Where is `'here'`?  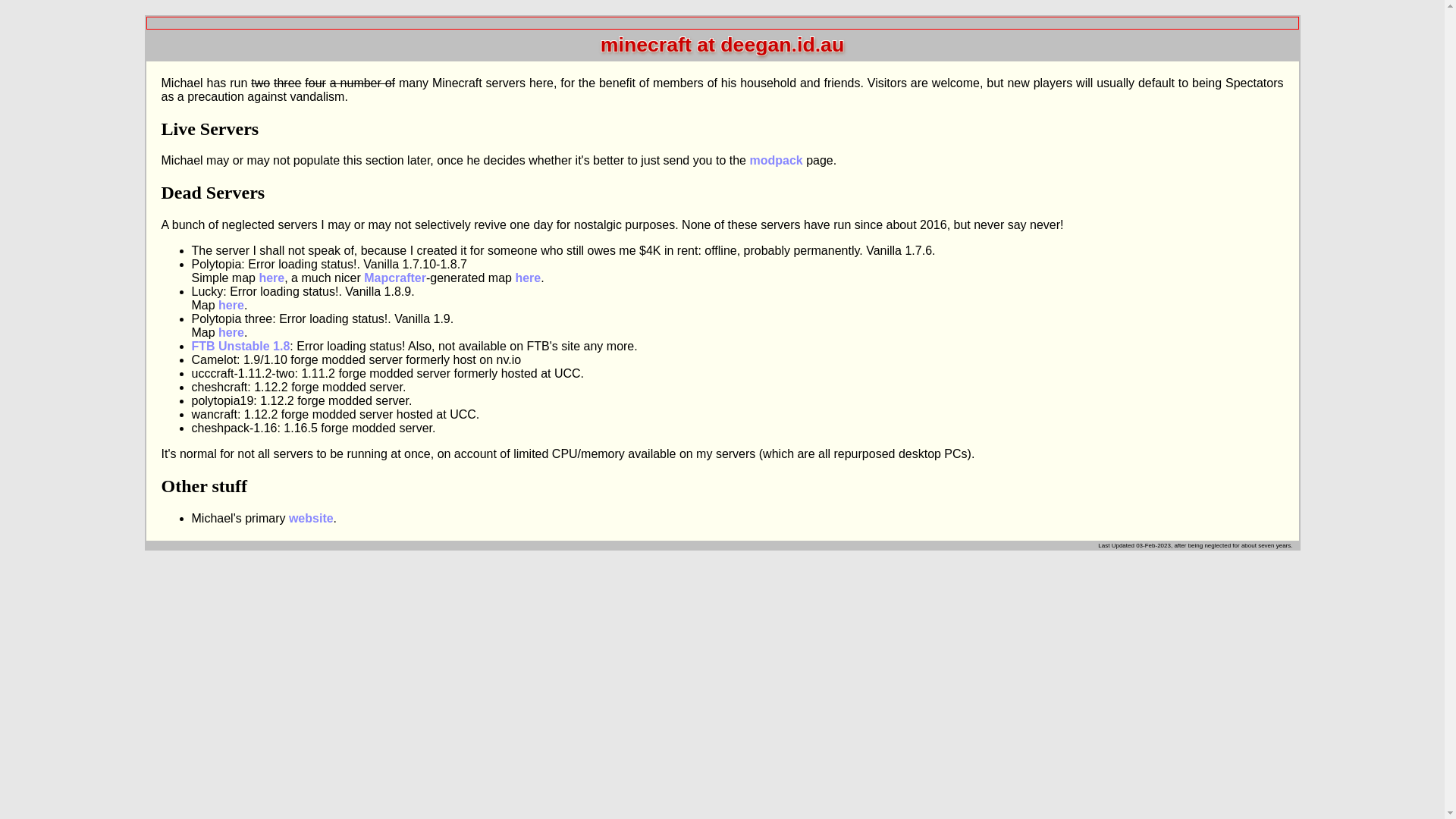 'here' is located at coordinates (231, 305).